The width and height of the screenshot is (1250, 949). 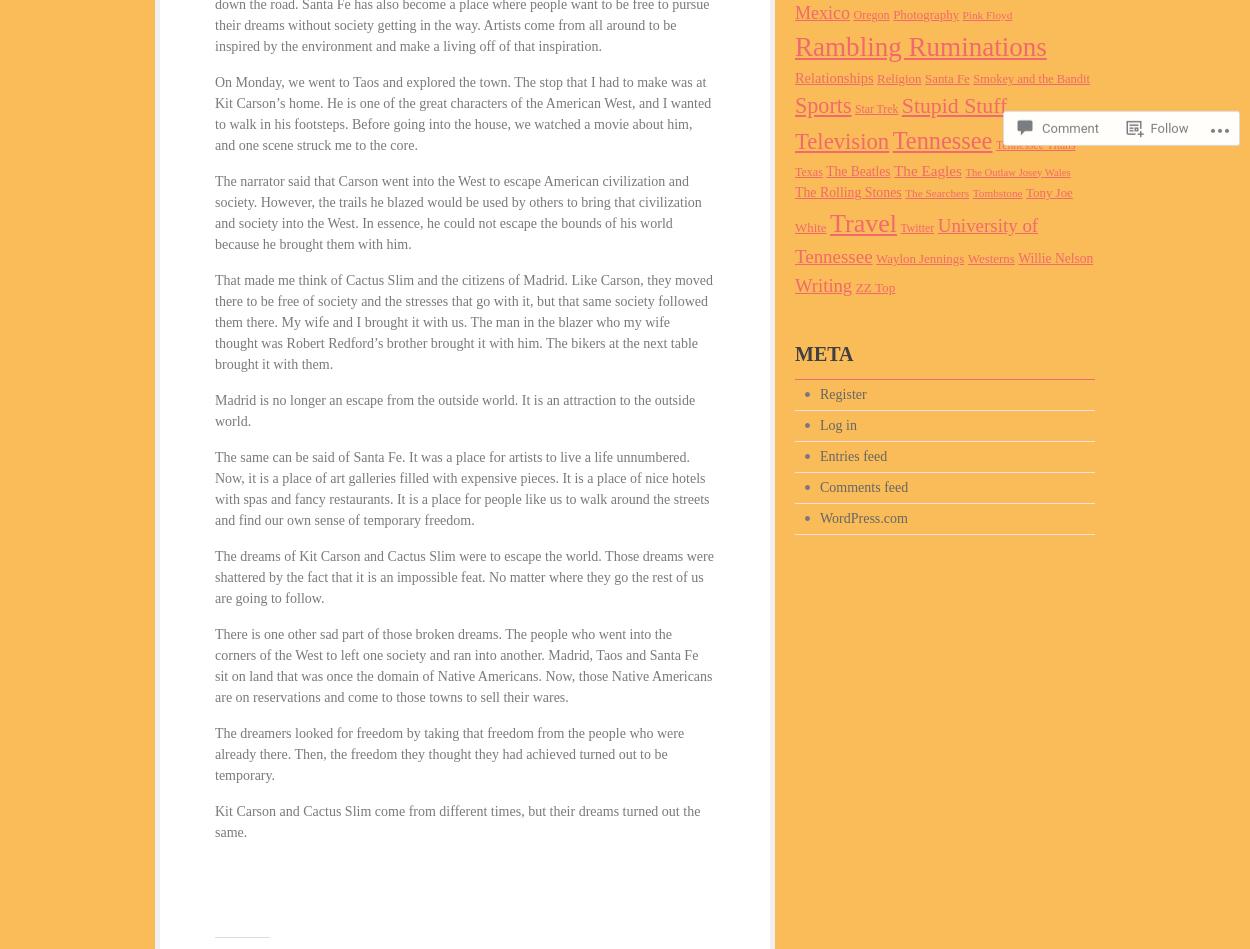 What do you see at coordinates (213, 411) in the screenshot?
I see `'Madrid is no longer an escape from the outside world. It is an attraction to the outside world.'` at bounding box center [213, 411].